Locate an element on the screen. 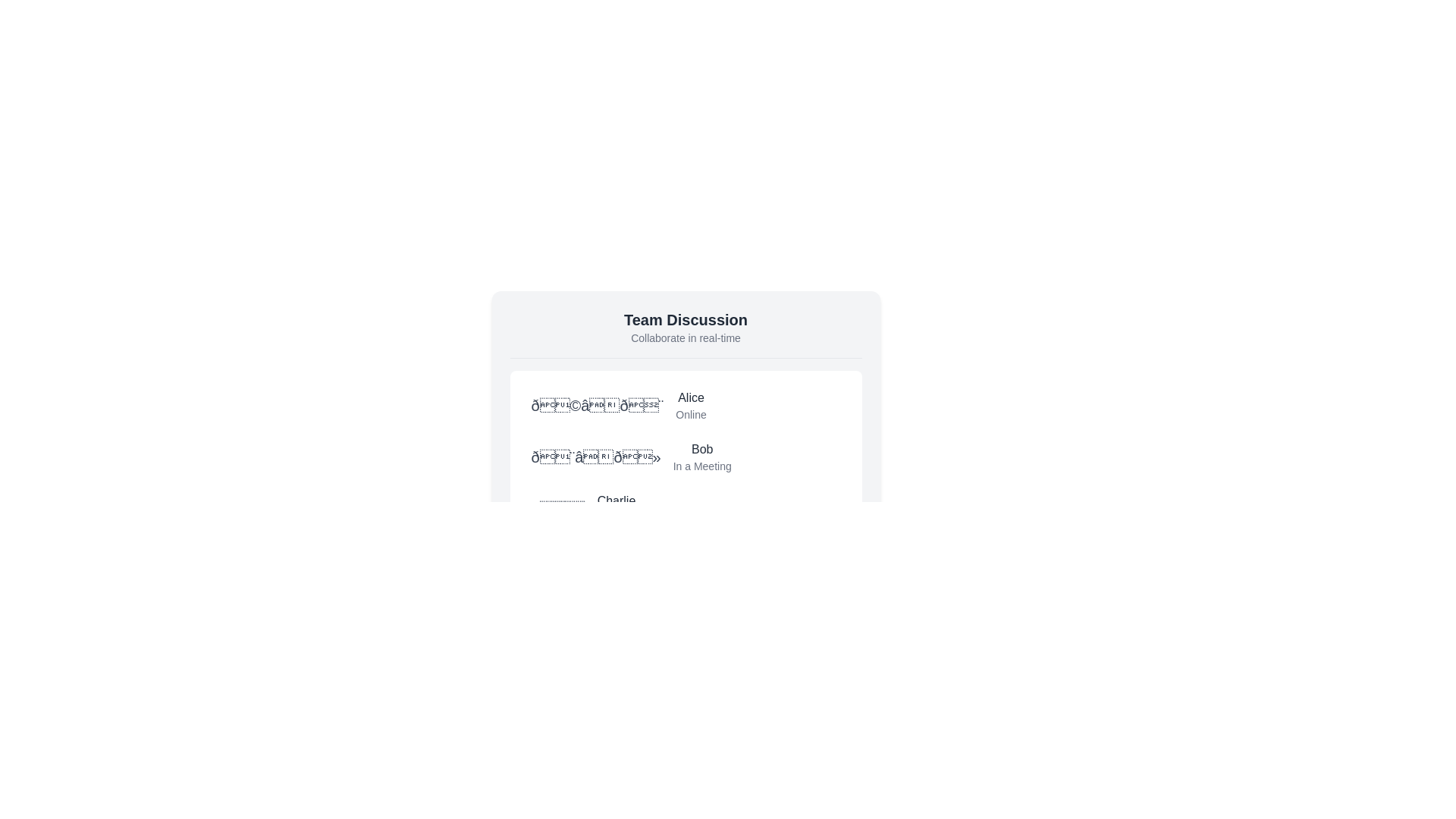 The width and height of the screenshot is (1456, 819). the visual indicator and label for the user's status, which displays the user's name and current status in the collaboration tool, positioned above the user 'Bob' and below the title 'Team Discussion' is located at coordinates (685, 405).